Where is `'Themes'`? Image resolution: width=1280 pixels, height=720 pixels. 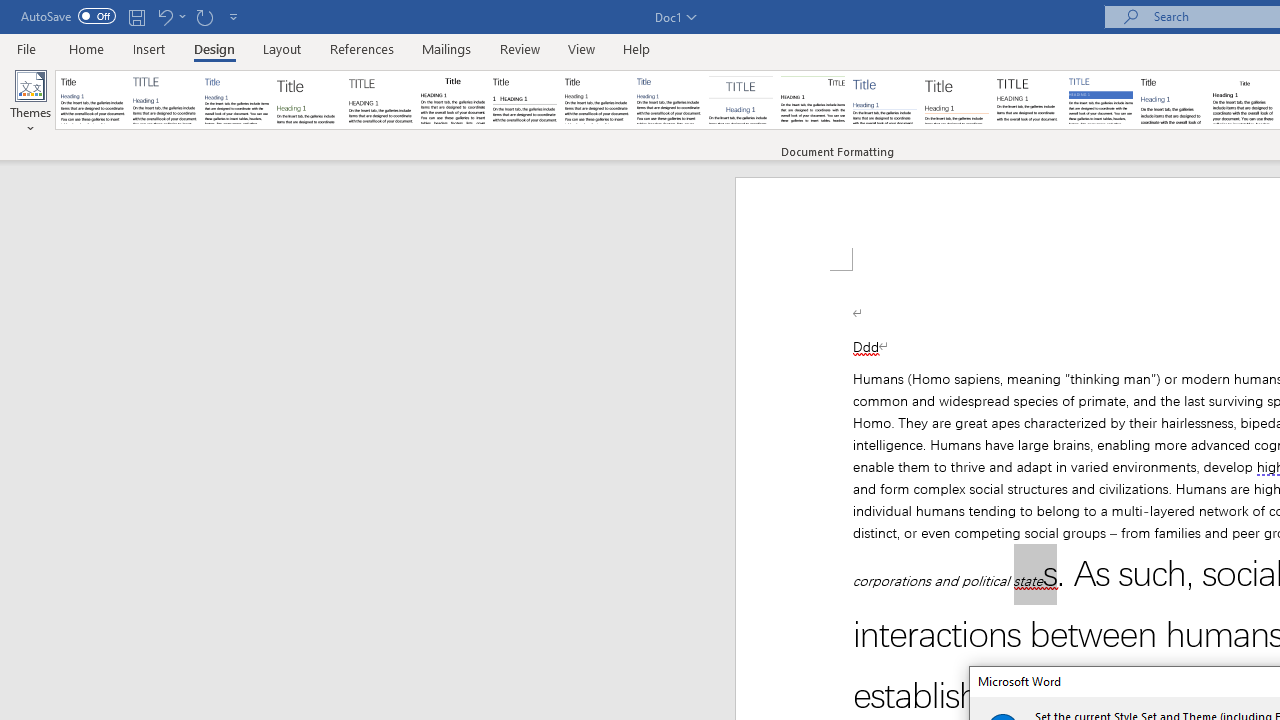 'Themes' is located at coordinates (30, 103).